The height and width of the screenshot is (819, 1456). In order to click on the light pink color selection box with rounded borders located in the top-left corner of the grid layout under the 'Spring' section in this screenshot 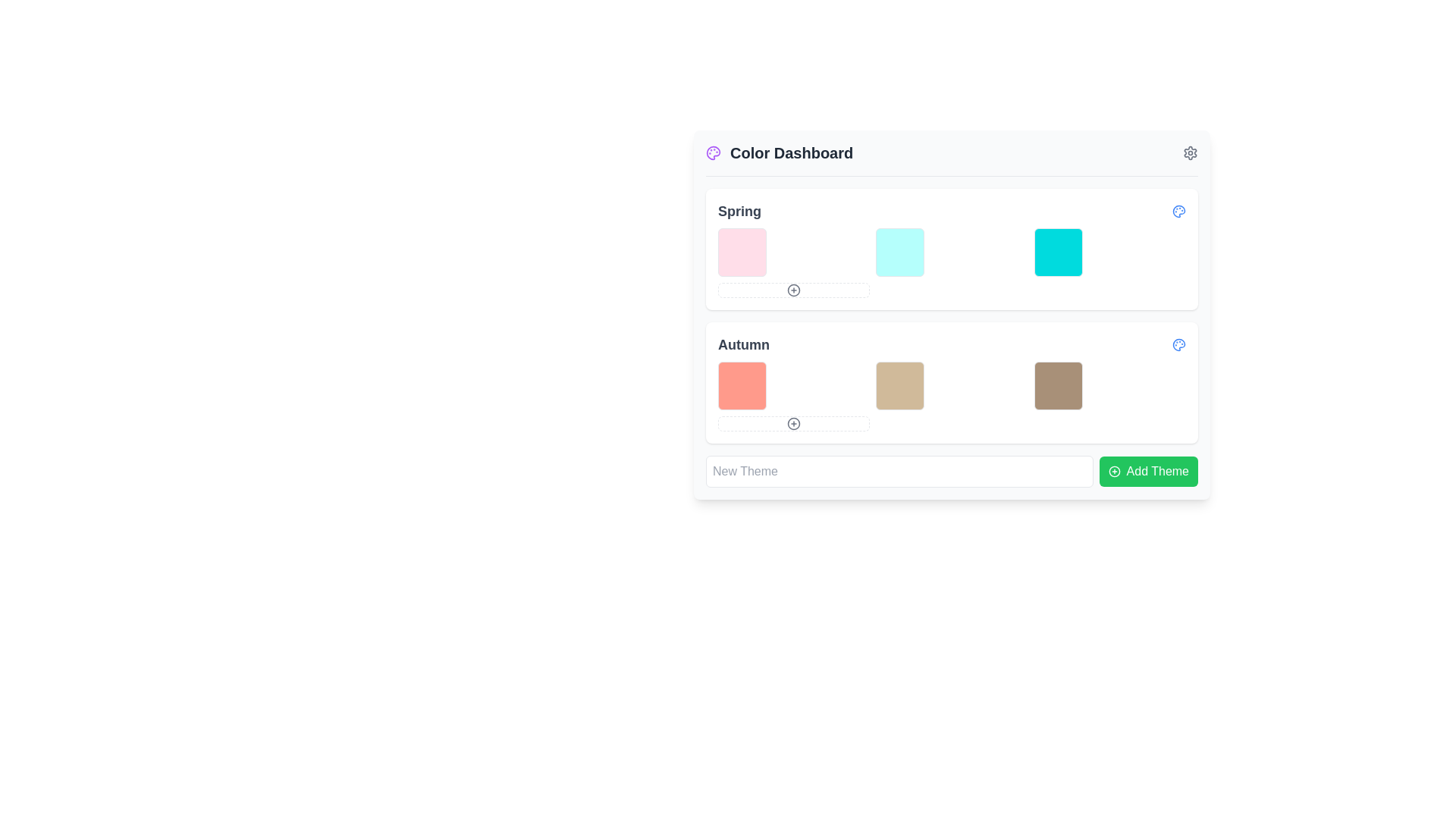, I will do `click(742, 251)`.